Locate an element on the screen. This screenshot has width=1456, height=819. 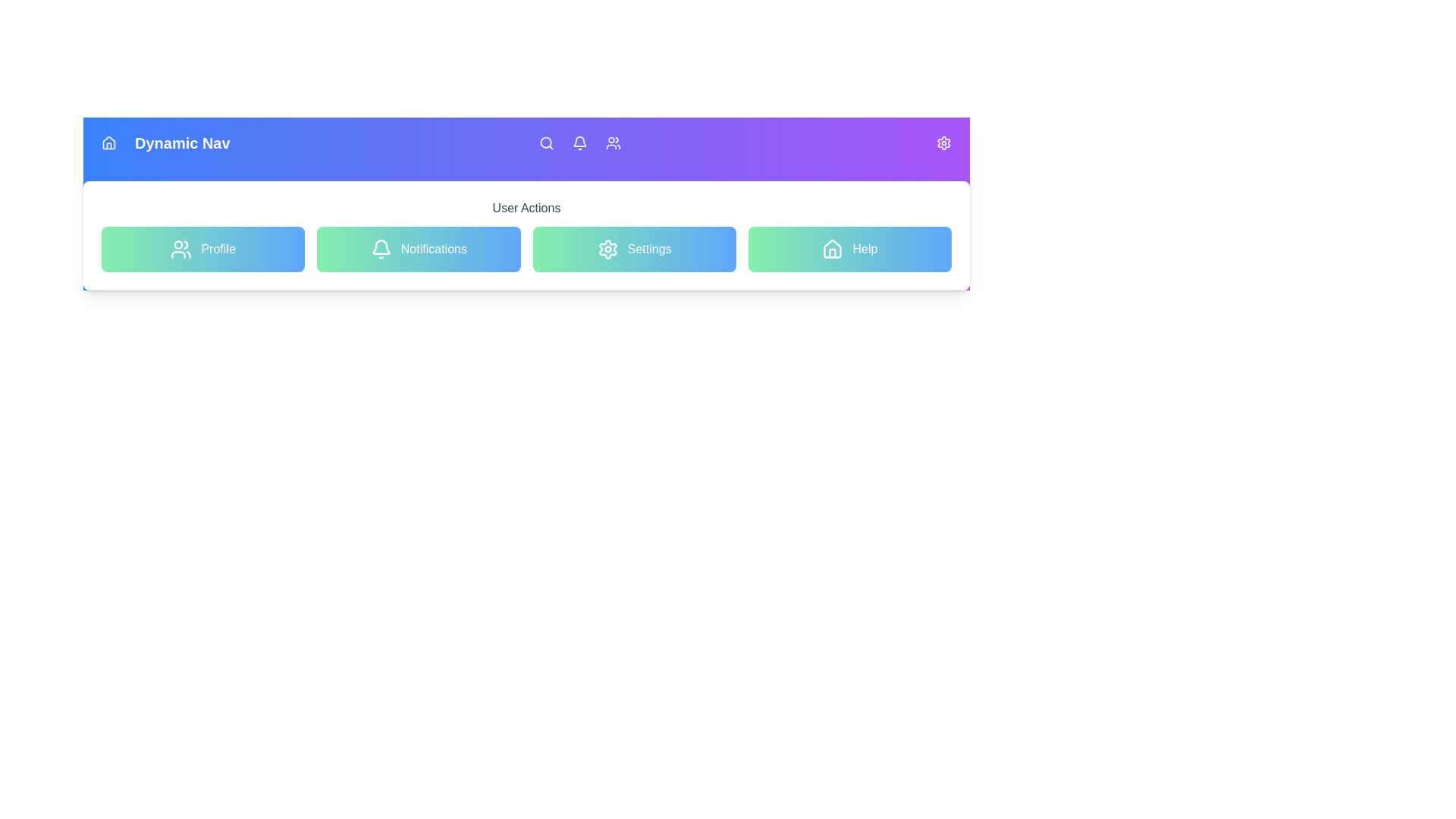
the Settings button in the AdvancedNavBar component is located at coordinates (633, 248).